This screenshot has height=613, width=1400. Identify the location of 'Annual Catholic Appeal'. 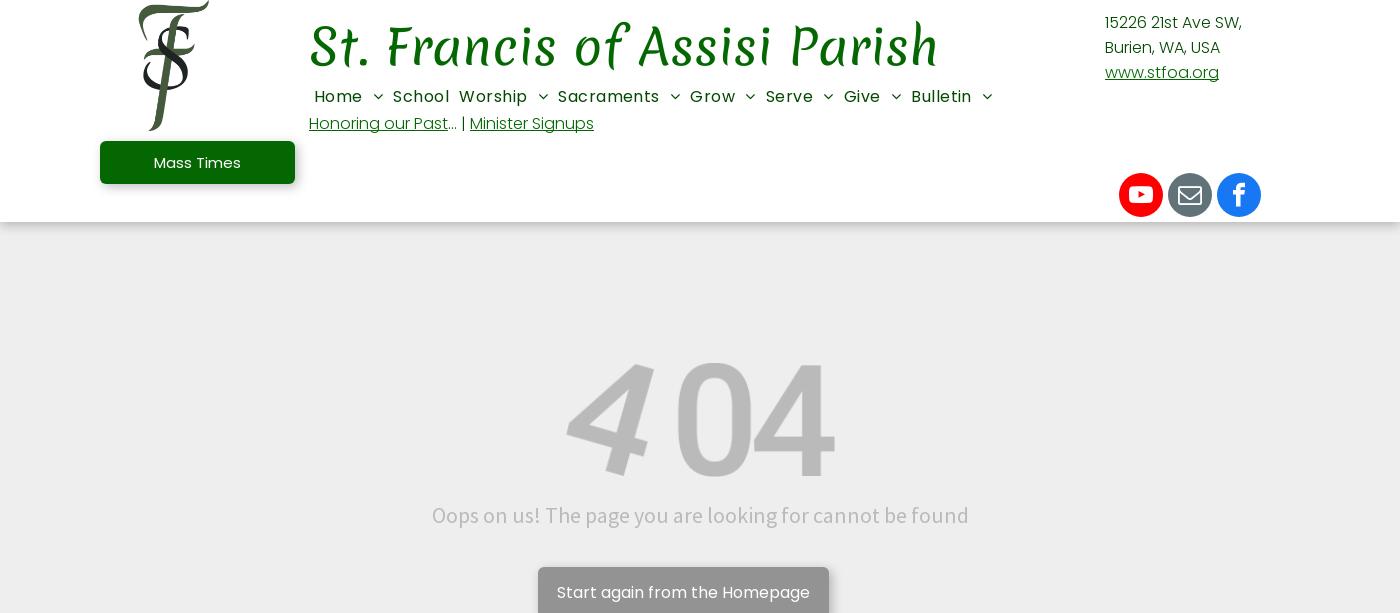
(951, 180).